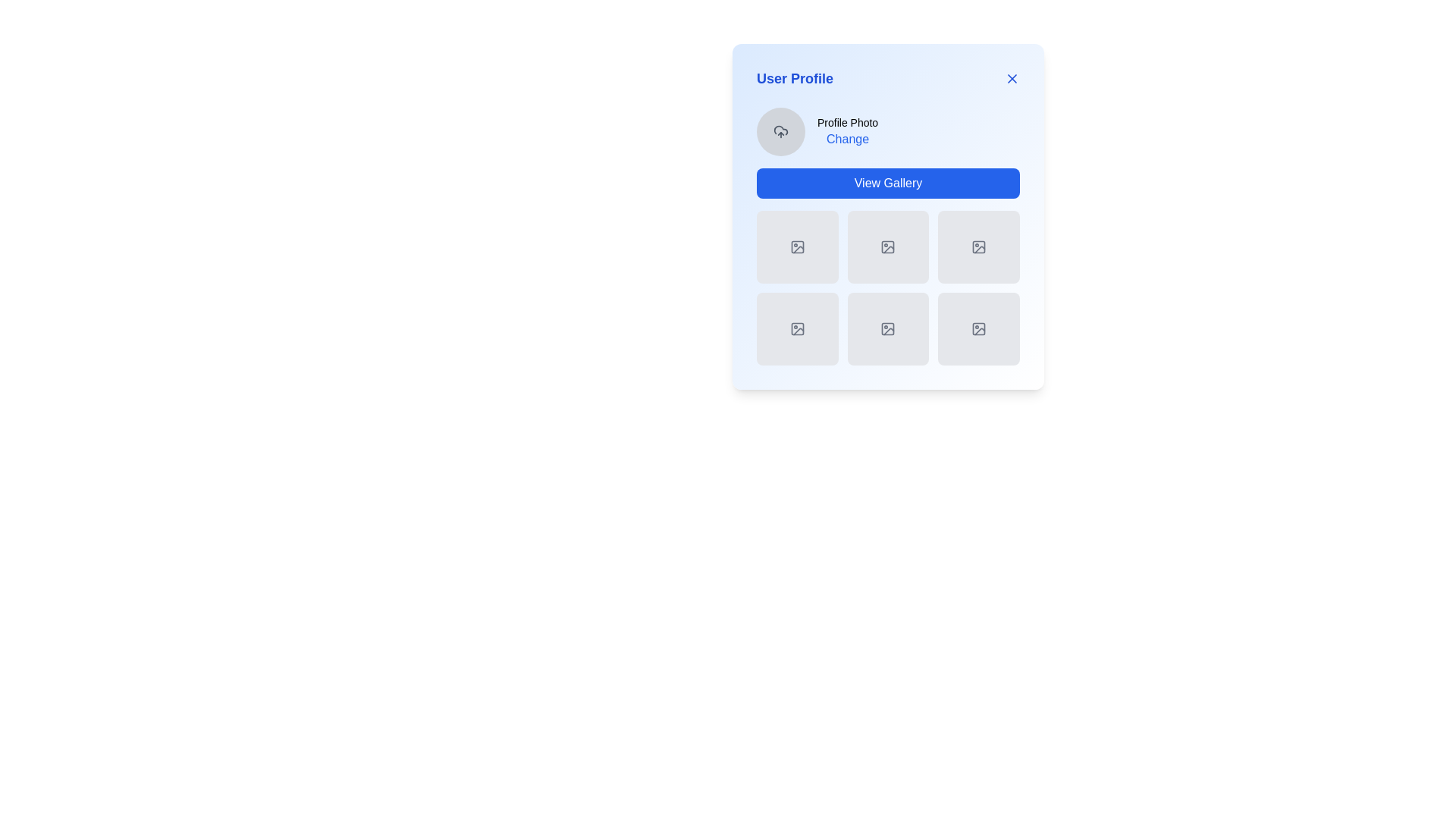 This screenshot has width=1456, height=819. Describe the element at coordinates (888, 237) in the screenshot. I see `the gray square selectable gallery card with an image icon located` at that location.